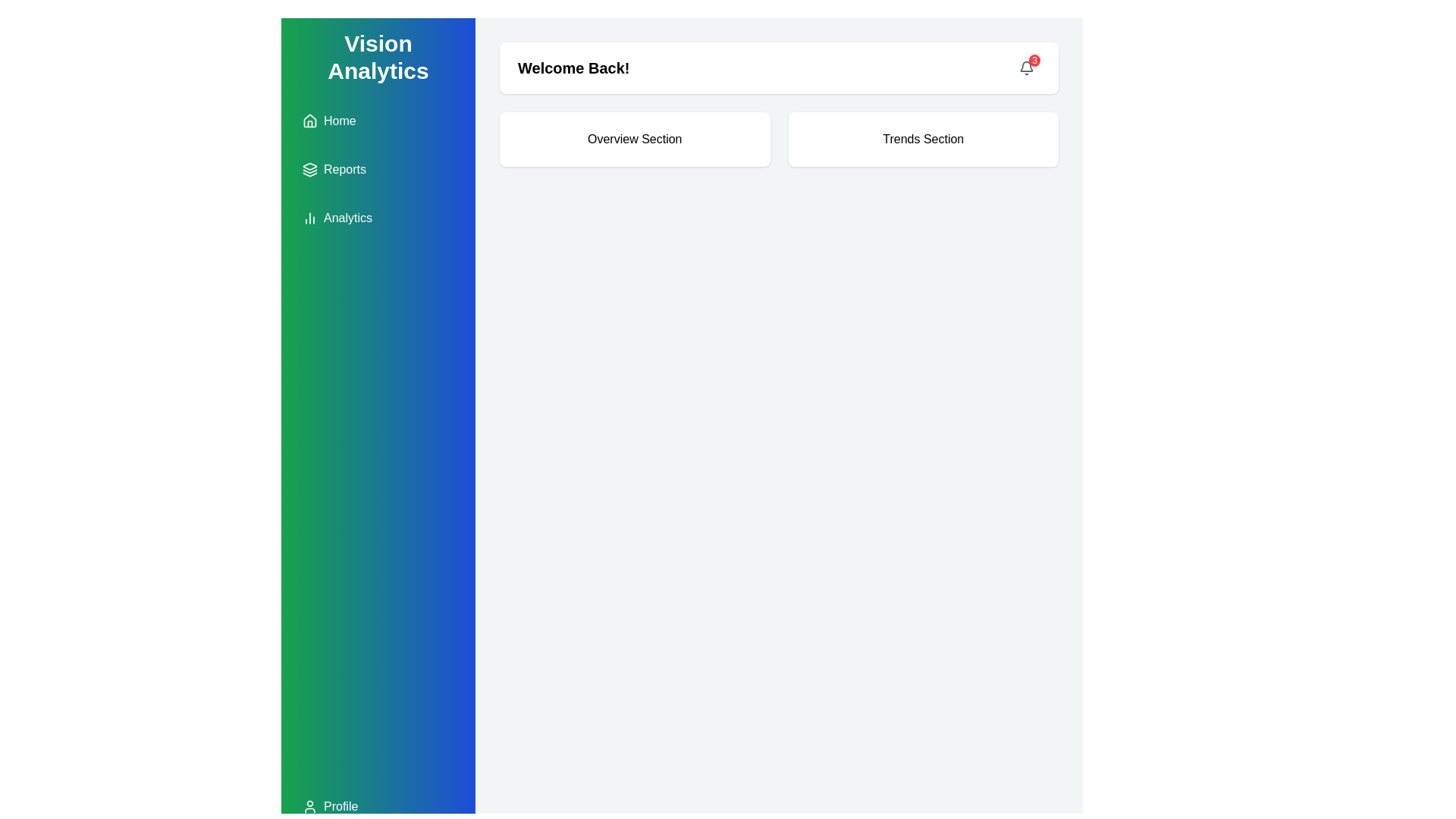 Image resolution: width=1456 pixels, height=819 pixels. I want to click on the notification count displayed on the small circular badge with a red background and white text showing the number '3', located at the top-right corner of the notification bell icon, so click(1034, 60).